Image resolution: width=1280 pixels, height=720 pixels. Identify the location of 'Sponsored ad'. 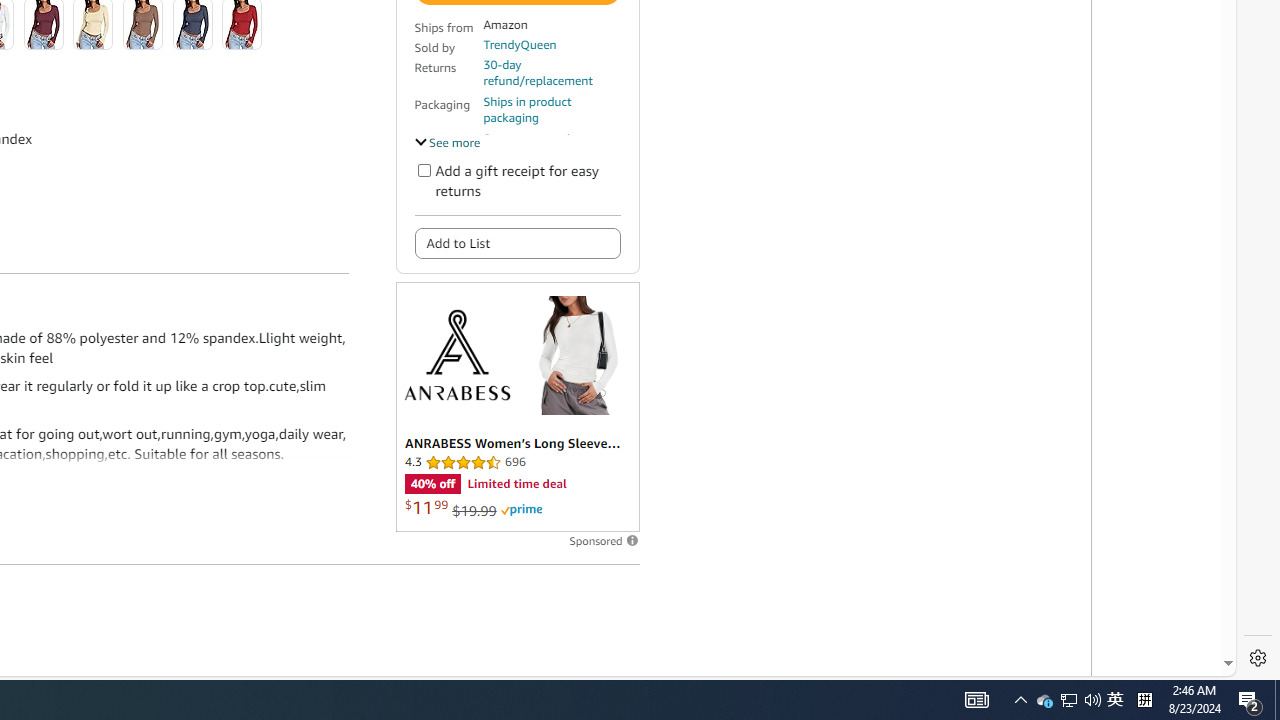
(517, 406).